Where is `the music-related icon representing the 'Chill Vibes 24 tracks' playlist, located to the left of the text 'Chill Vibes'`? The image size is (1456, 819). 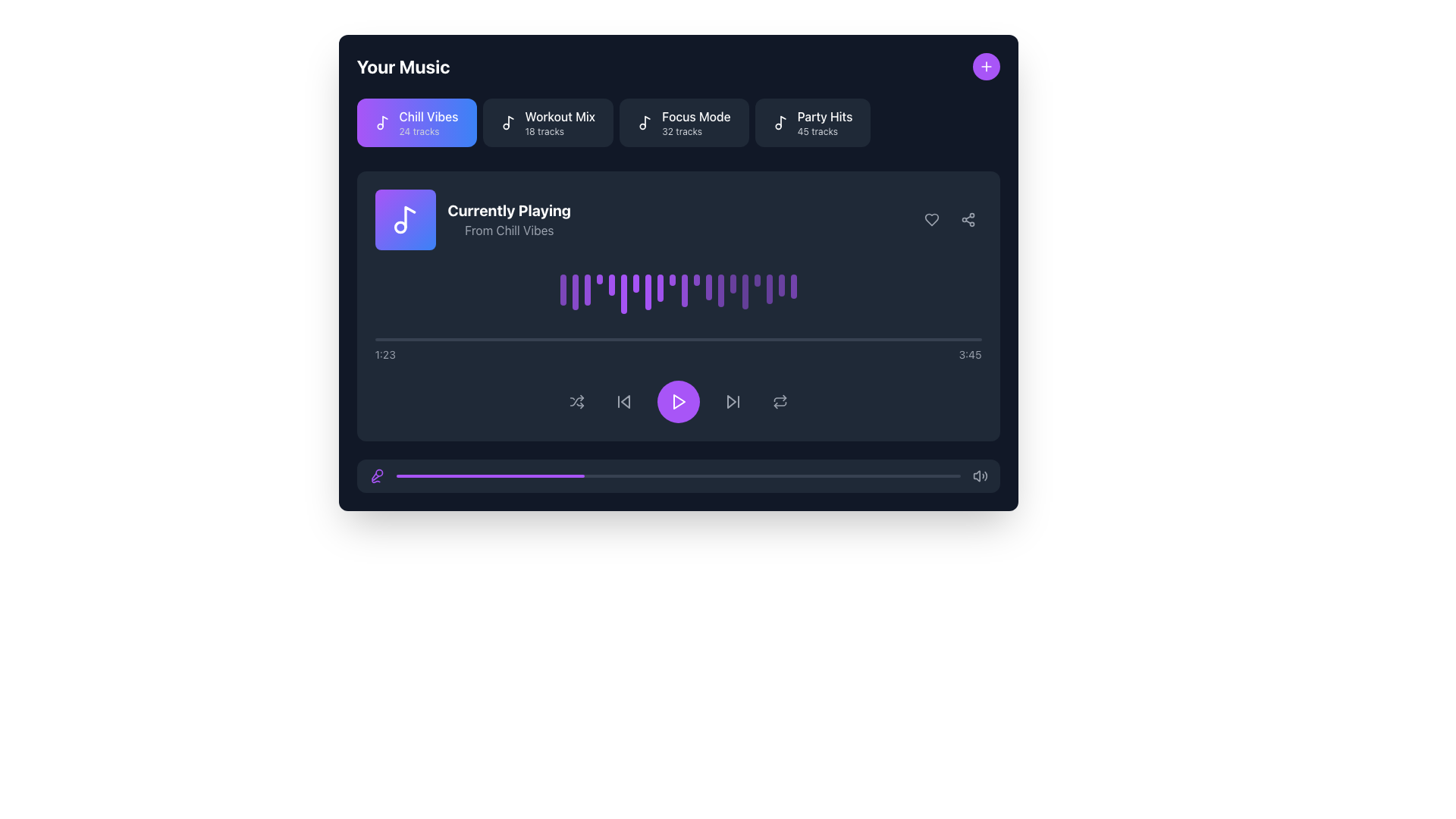 the music-related icon representing the 'Chill Vibes 24 tracks' playlist, located to the left of the text 'Chill Vibes' is located at coordinates (382, 122).